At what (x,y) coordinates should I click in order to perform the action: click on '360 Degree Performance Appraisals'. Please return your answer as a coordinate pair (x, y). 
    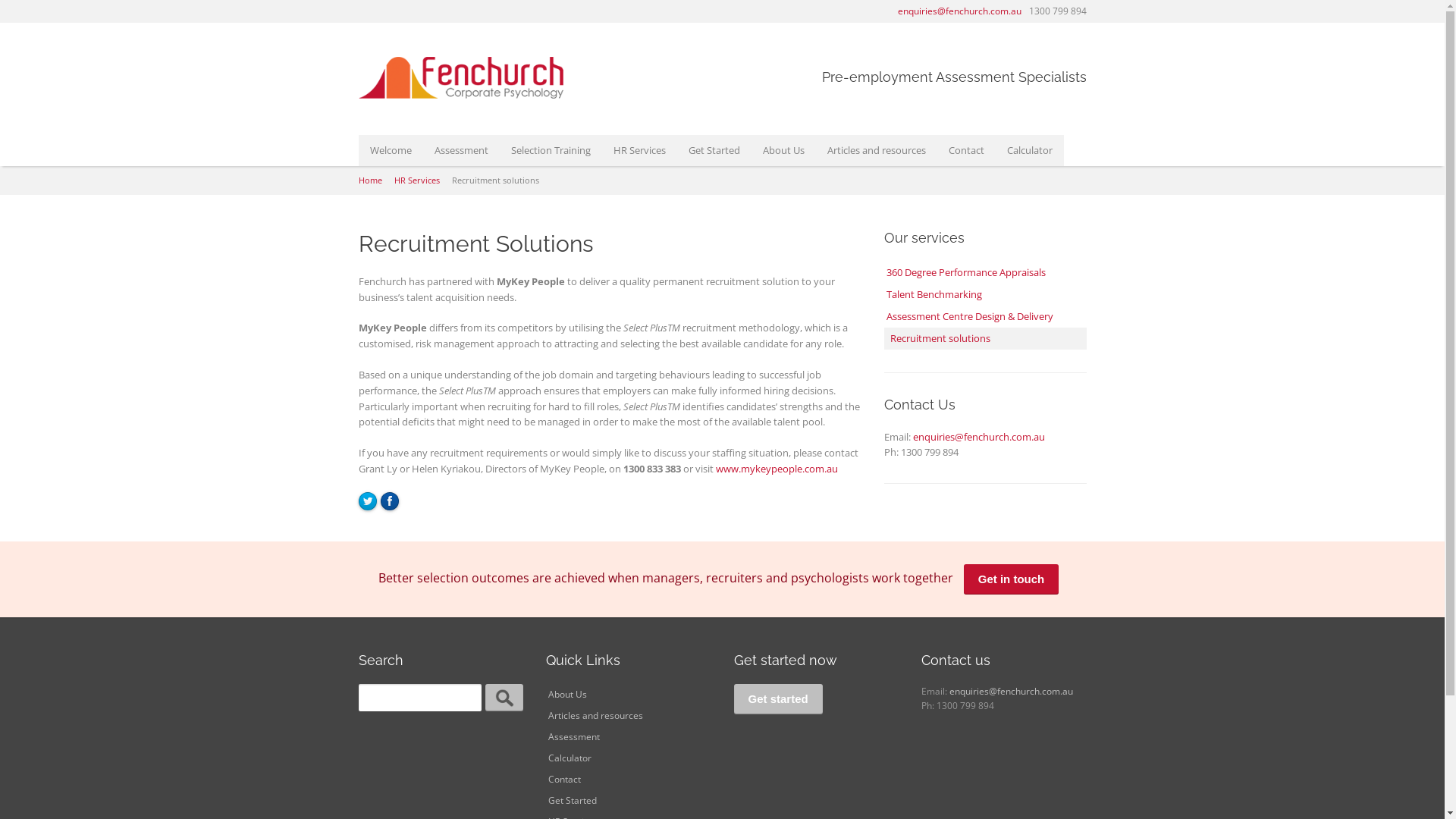
    Looking at the image, I should click on (985, 271).